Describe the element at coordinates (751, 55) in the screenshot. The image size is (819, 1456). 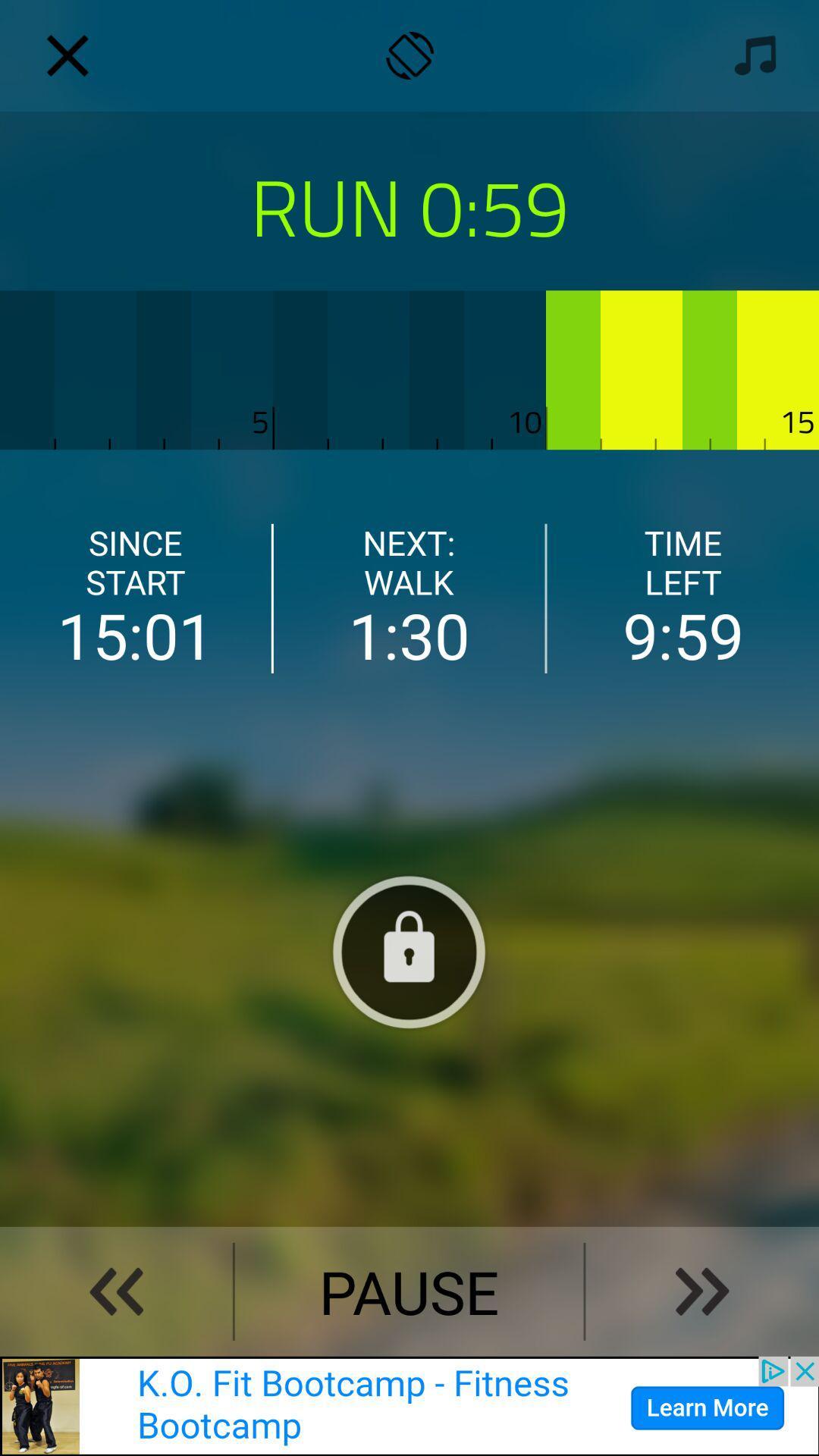
I see `music options` at that location.